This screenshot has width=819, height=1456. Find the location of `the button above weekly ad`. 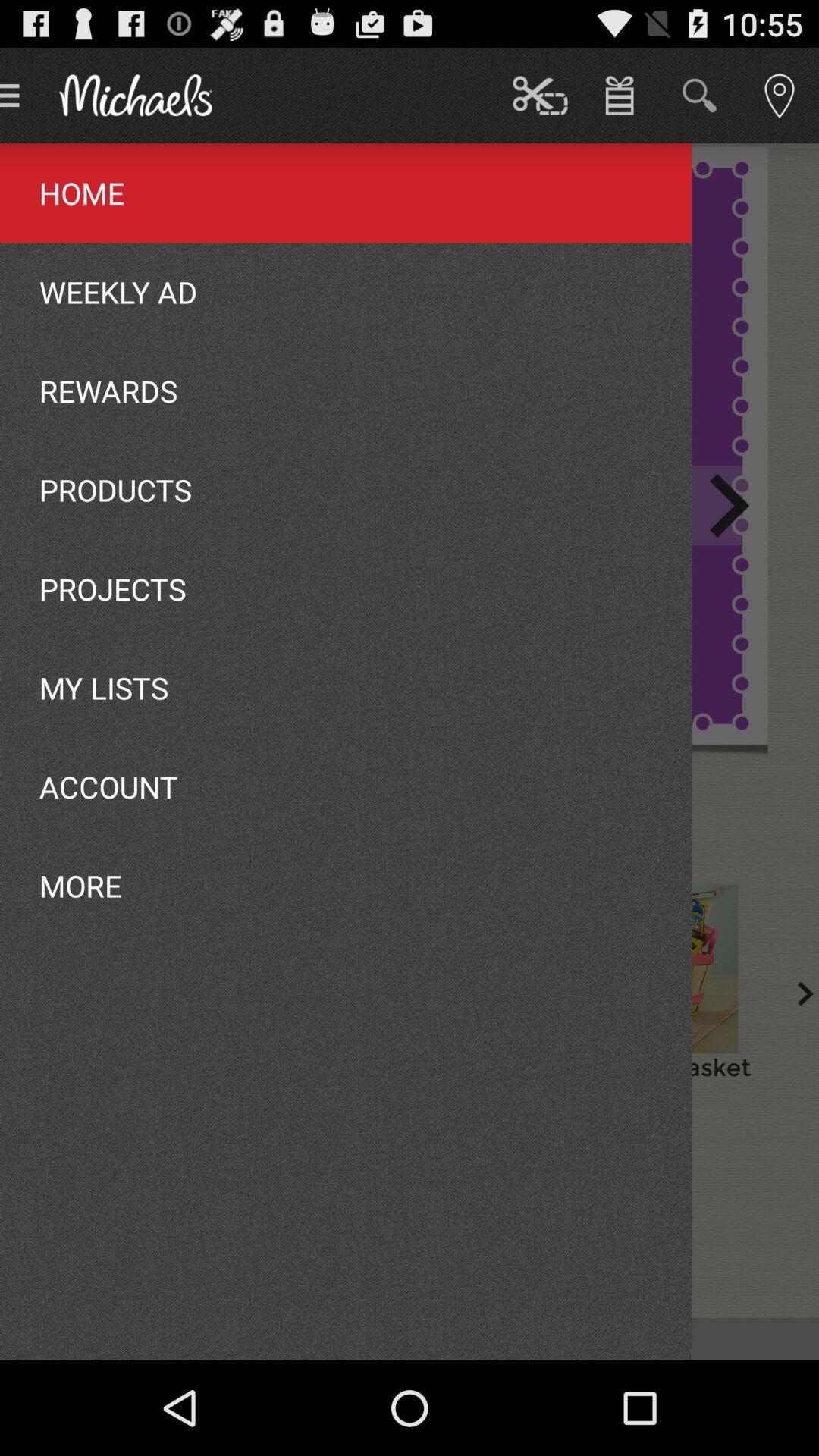

the button above weekly ad is located at coordinates (532, 1339).